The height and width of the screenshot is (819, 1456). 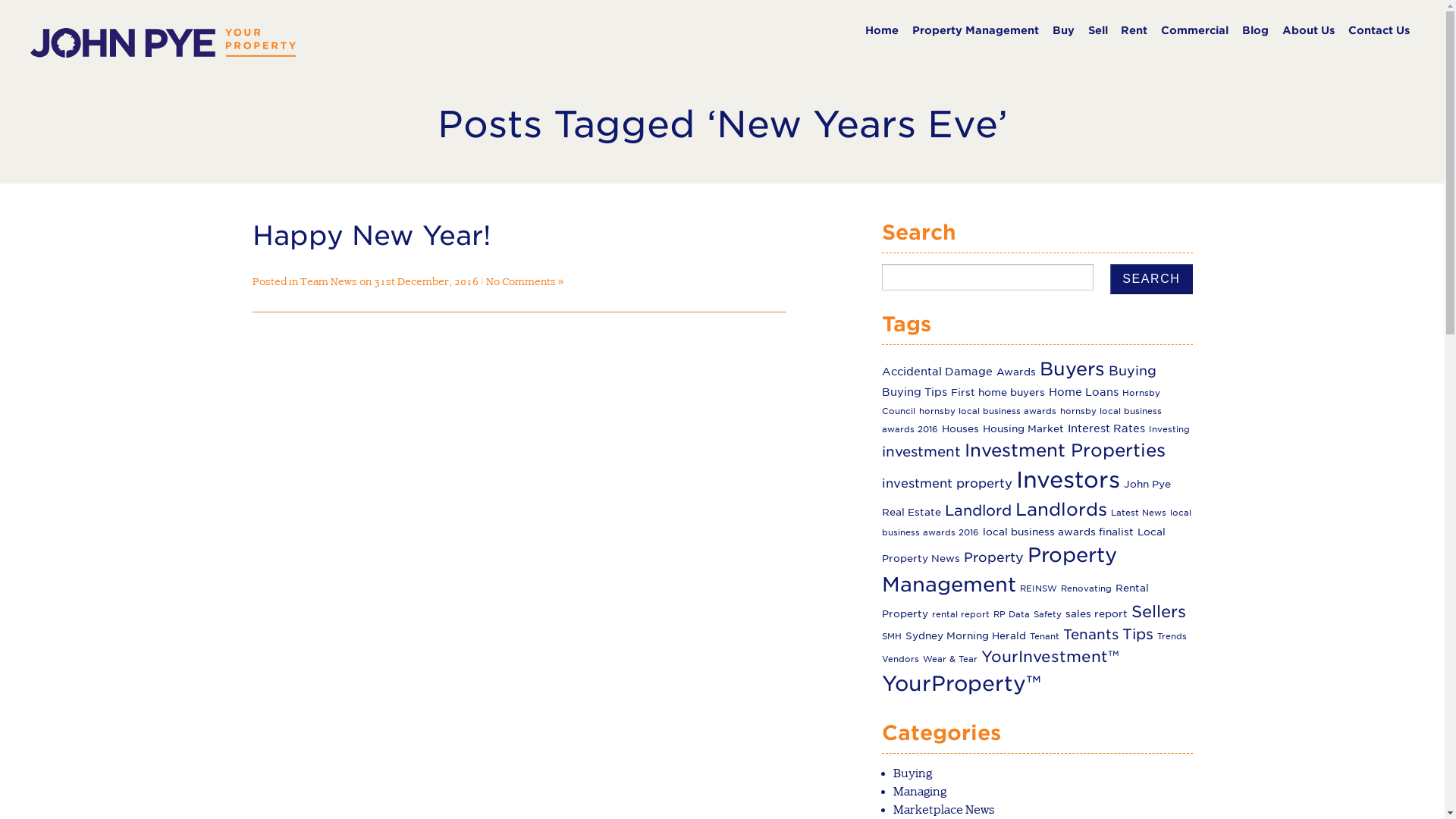 I want to click on 'Happy New Year!', so click(x=371, y=235).